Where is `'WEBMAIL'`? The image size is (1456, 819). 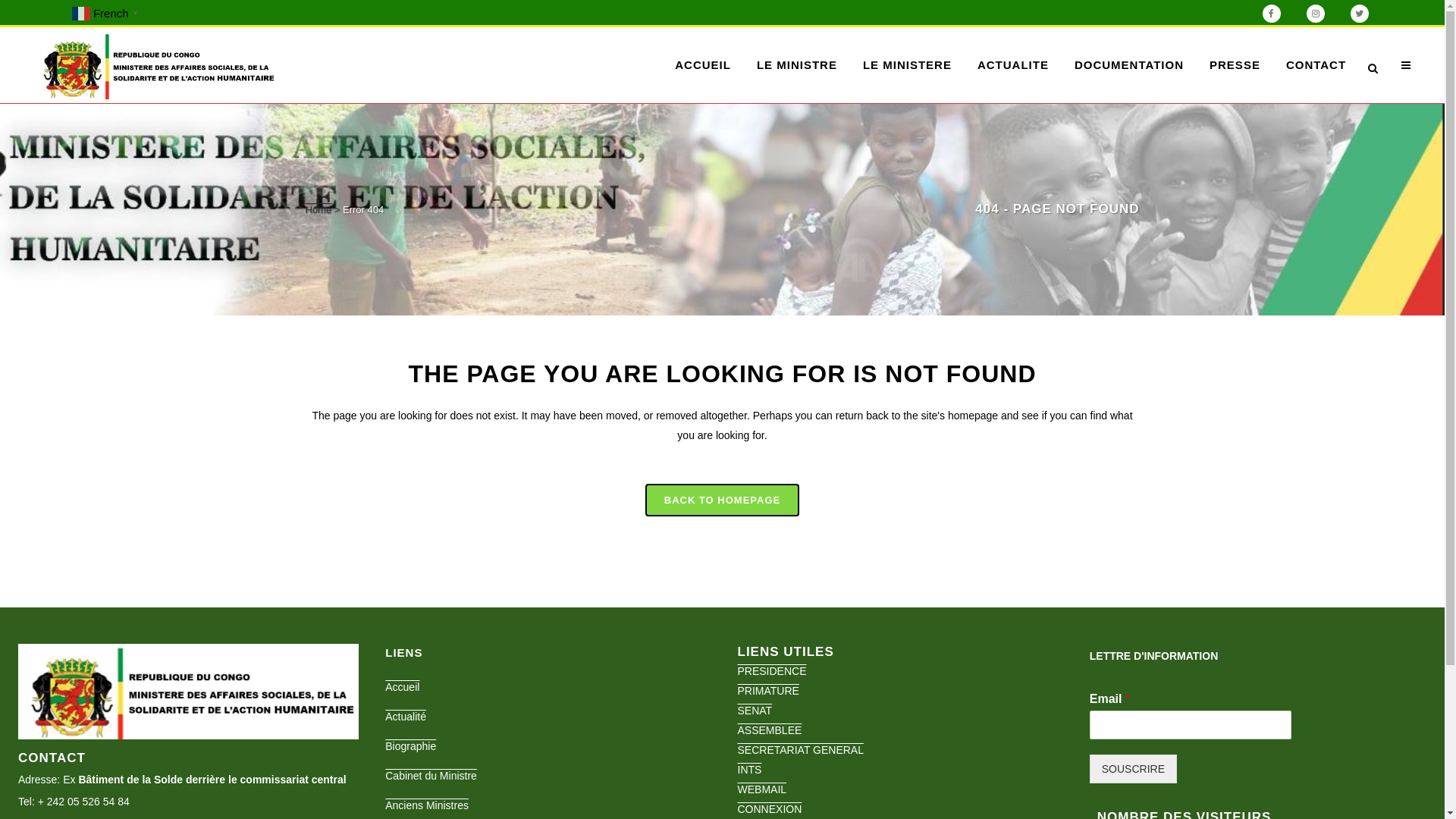
'WEBMAIL' is located at coordinates (761, 789).